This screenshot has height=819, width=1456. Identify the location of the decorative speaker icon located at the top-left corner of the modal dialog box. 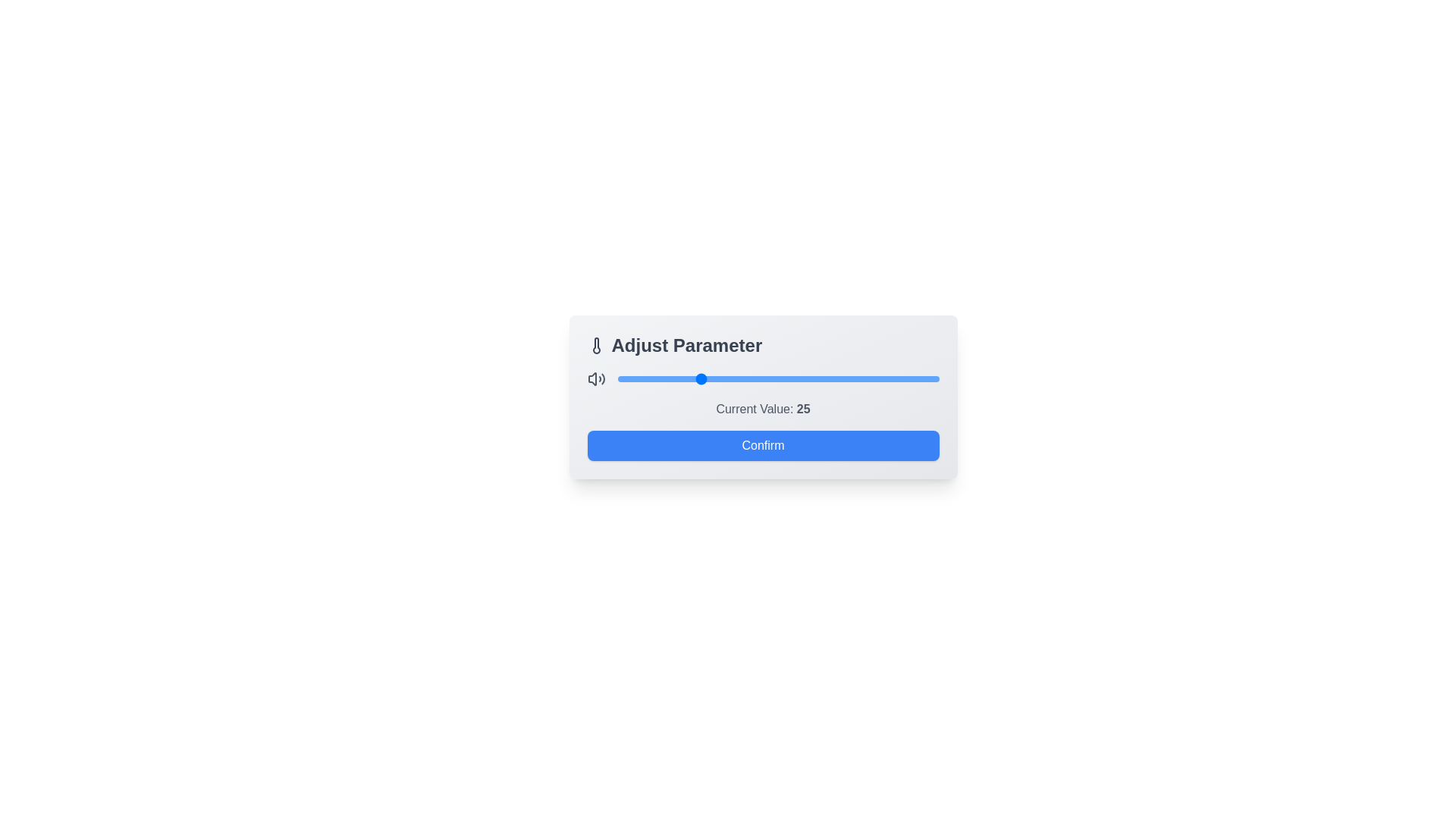
(591, 378).